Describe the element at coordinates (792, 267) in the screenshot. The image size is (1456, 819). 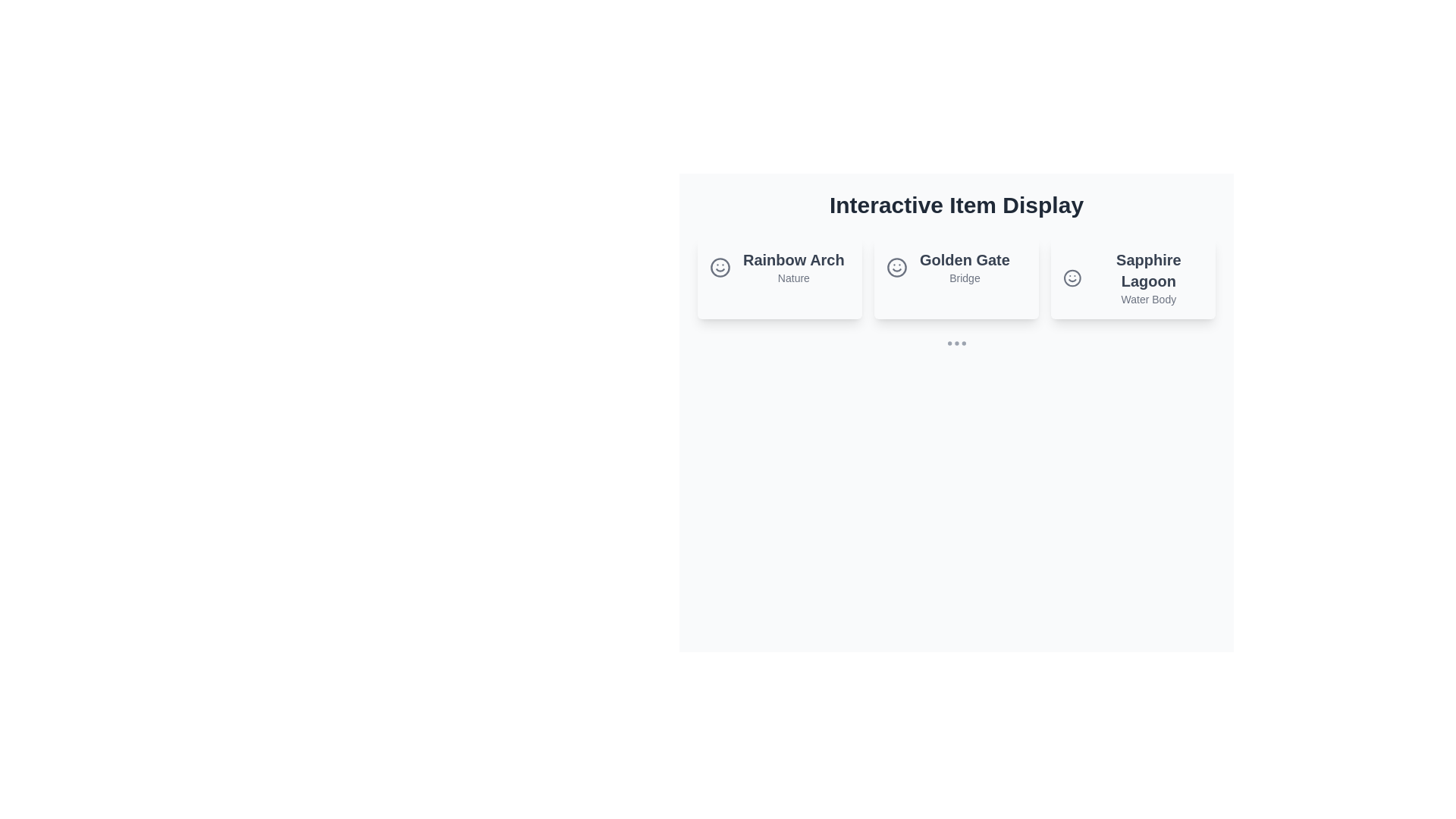
I see `the text block displaying 'Rainbow Arch' and 'Nature' which is centrally aligned in the first card of a horizontally-aligned list` at that location.